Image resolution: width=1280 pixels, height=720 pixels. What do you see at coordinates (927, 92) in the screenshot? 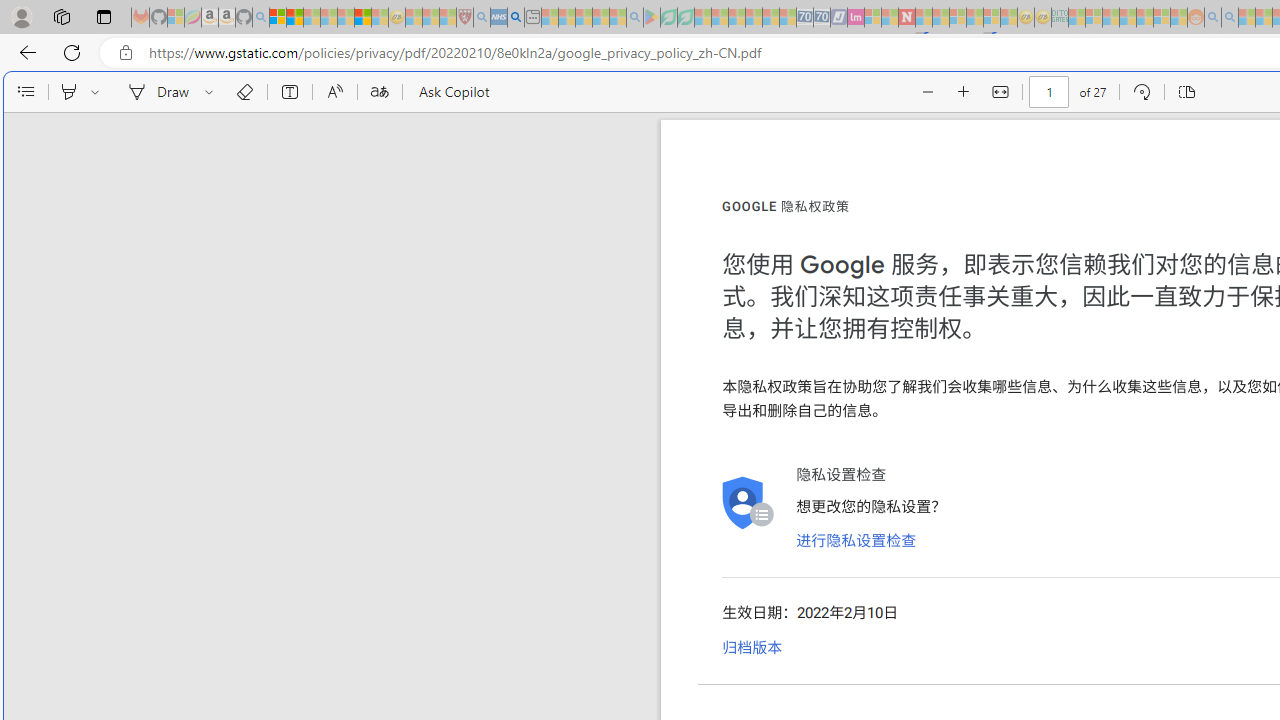
I see `'Zoom out (Ctrl+Minus key)'` at bounding box center [927, 92].